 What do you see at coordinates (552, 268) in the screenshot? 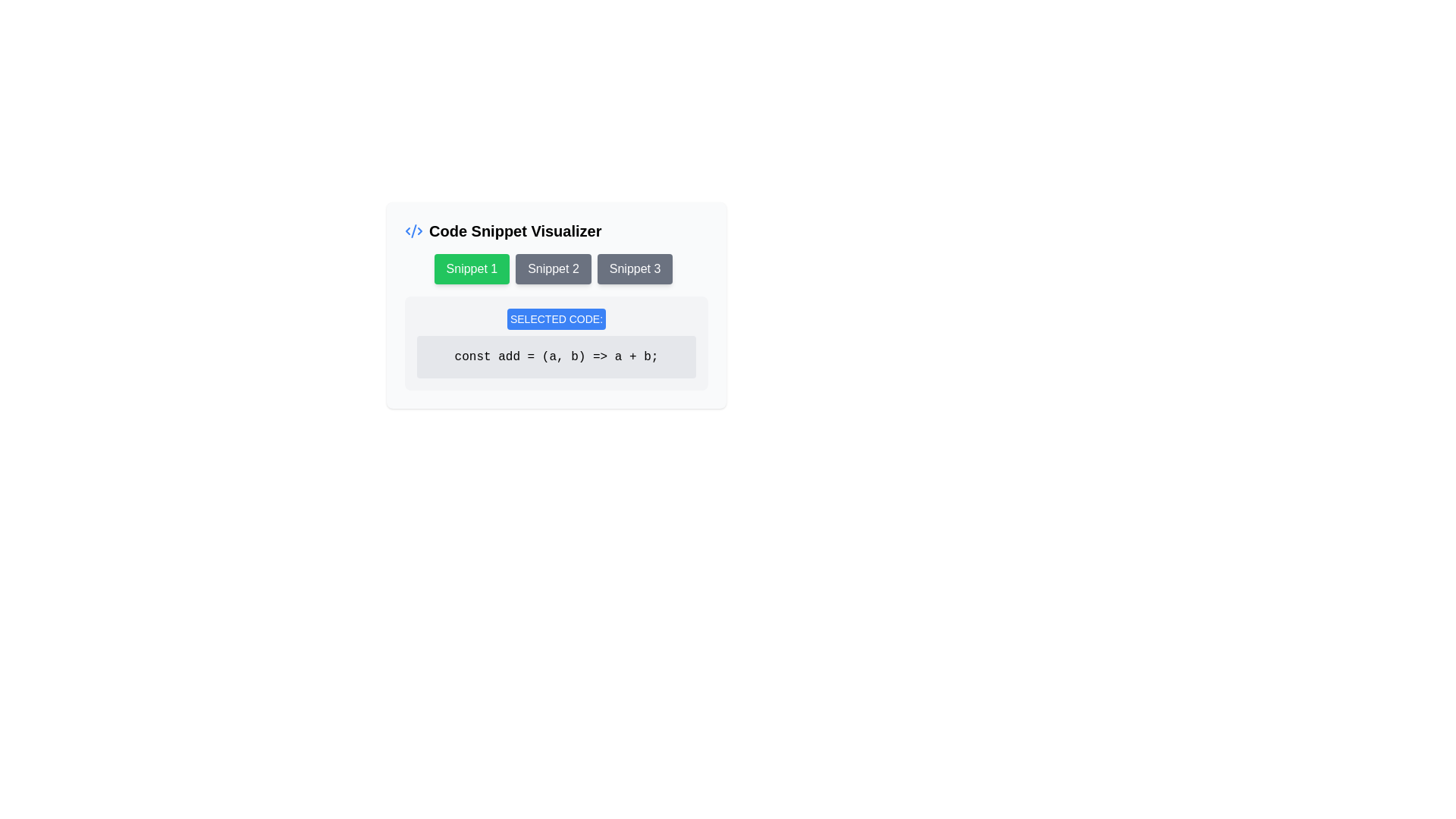
I see `the 'Snippet 2' button using keyboard navigation` at bounding box center [552, 268].